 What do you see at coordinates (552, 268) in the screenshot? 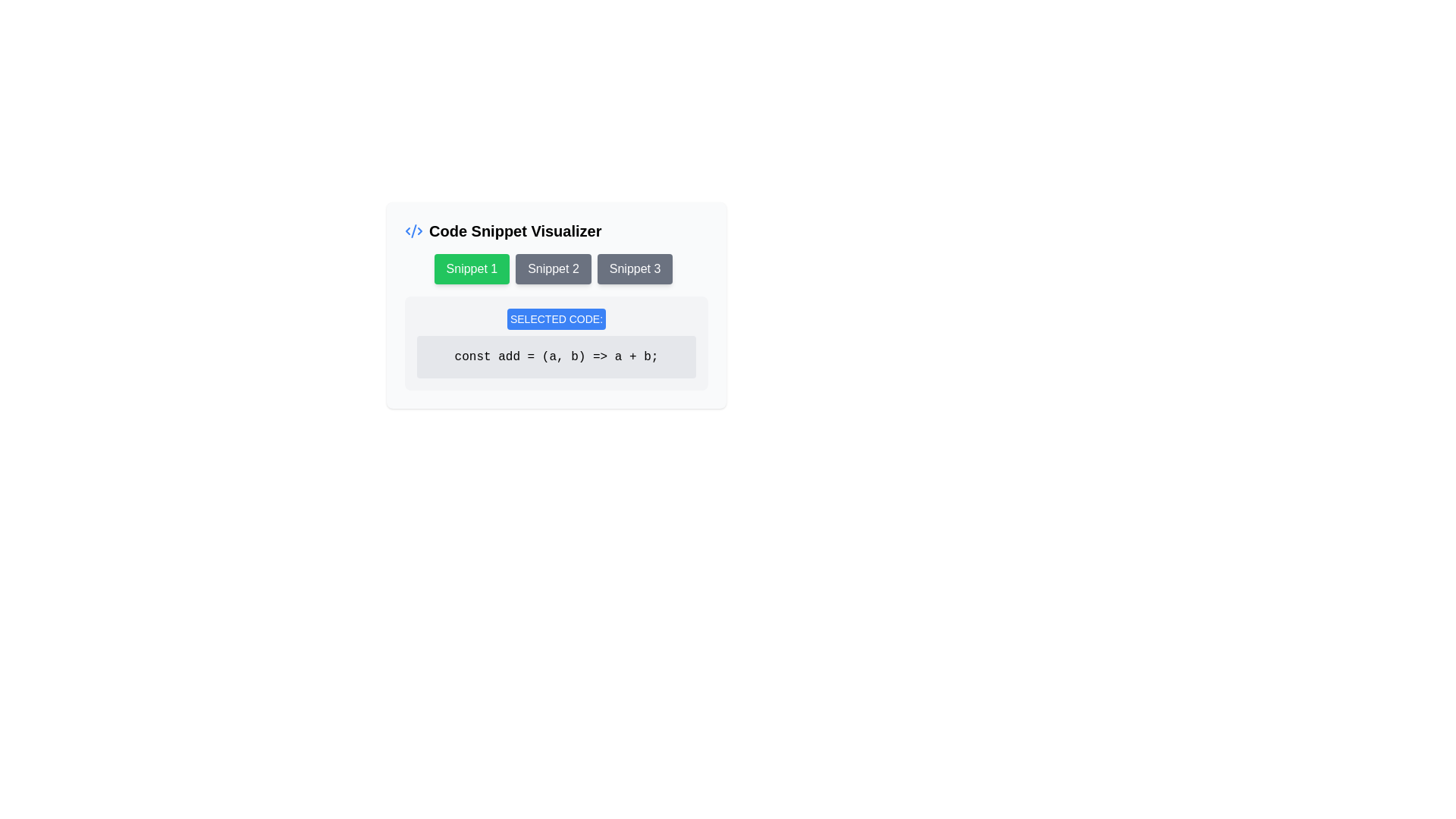
I see `the 'Snippet 2' button using keyboard navigation` at bounding box center [552, 268].